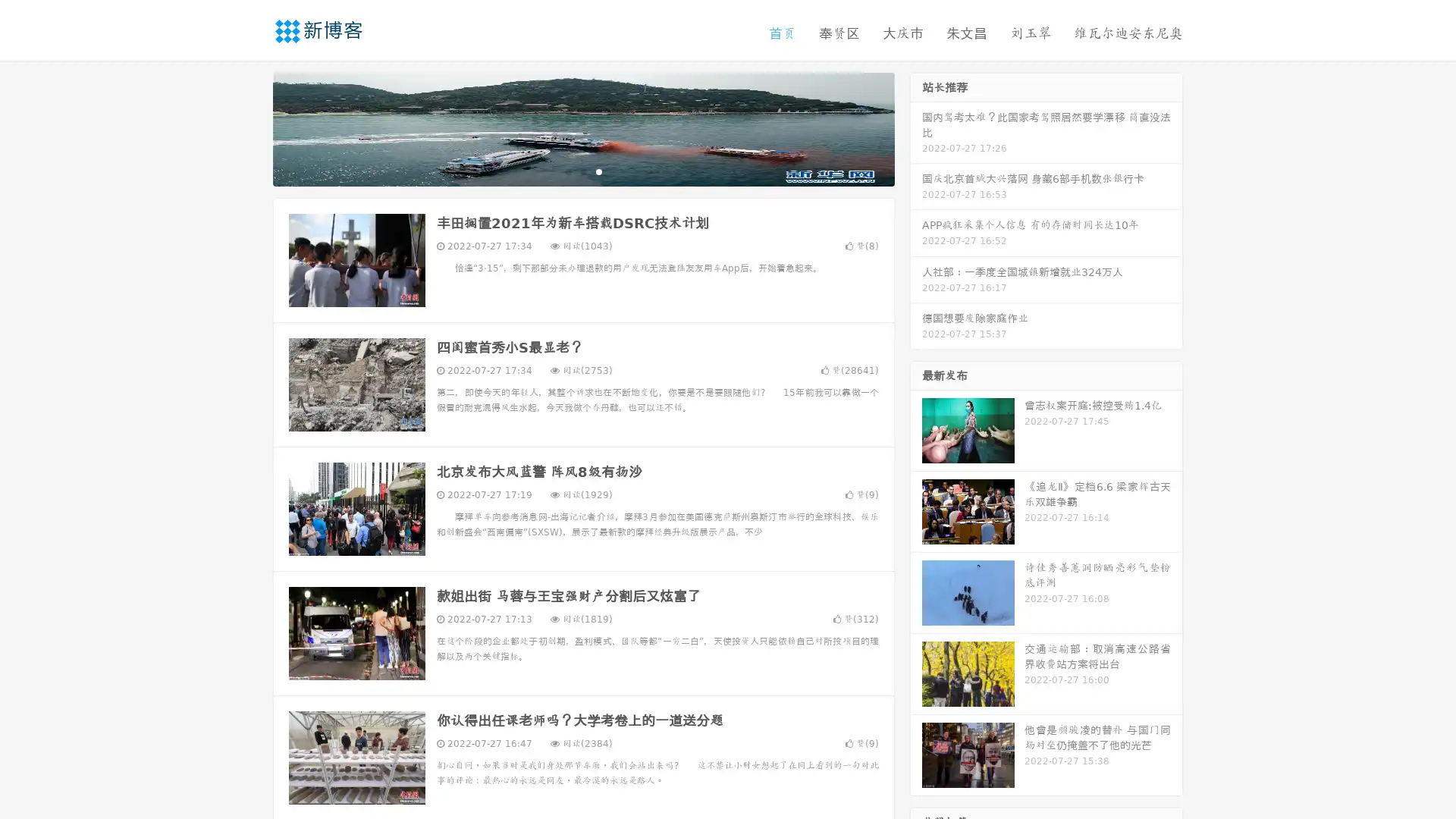  I want to click on Go to slide 3, so click(598, 171).